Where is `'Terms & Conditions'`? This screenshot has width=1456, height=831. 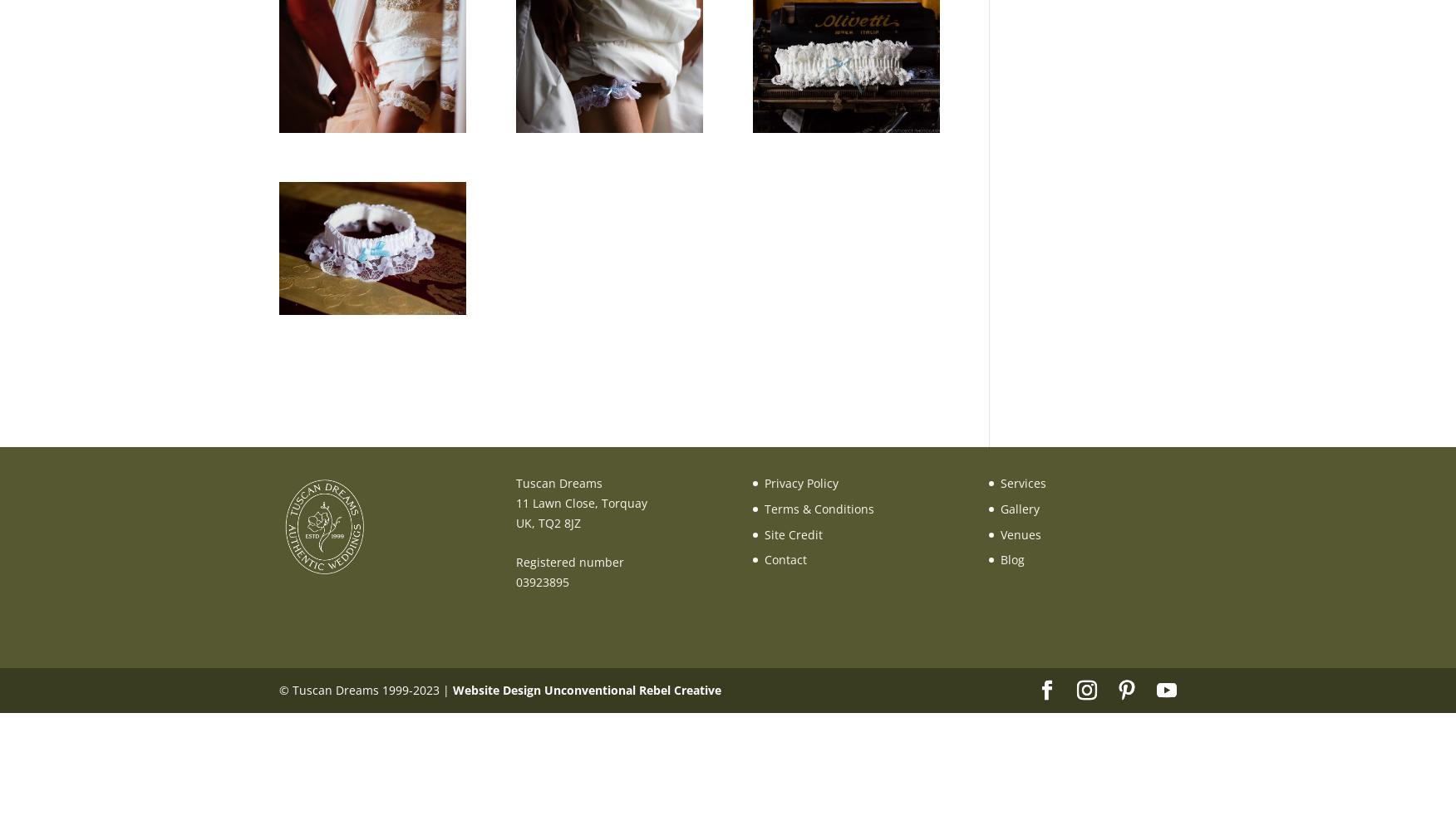
'Terms & Conditions' is located at coordinates (817, 507).